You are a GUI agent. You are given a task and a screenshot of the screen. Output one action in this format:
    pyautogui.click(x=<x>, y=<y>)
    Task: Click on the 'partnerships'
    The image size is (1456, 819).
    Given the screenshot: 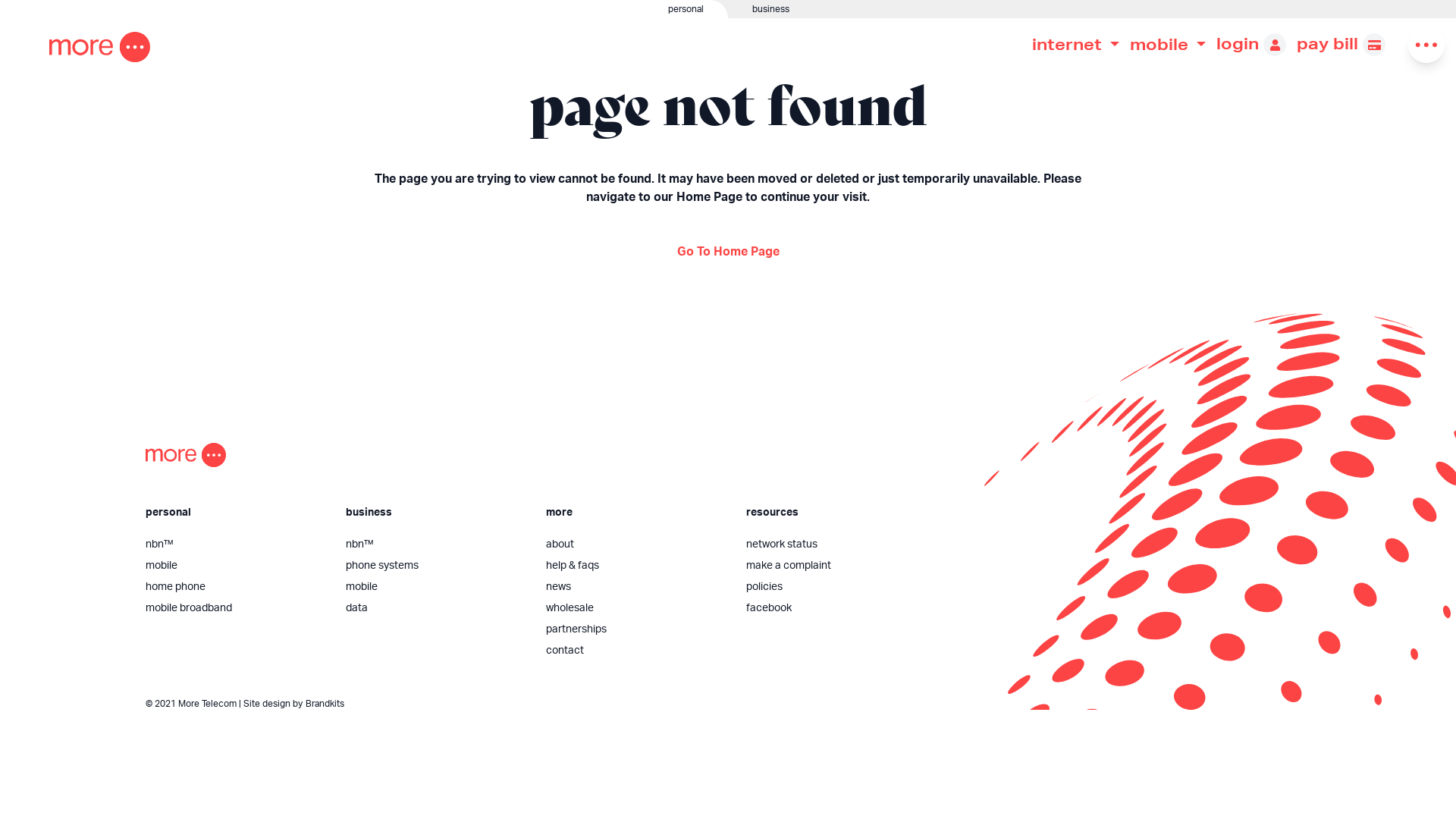 What is the action you would take?
    pyautogui.click(x=633, y=629)
    